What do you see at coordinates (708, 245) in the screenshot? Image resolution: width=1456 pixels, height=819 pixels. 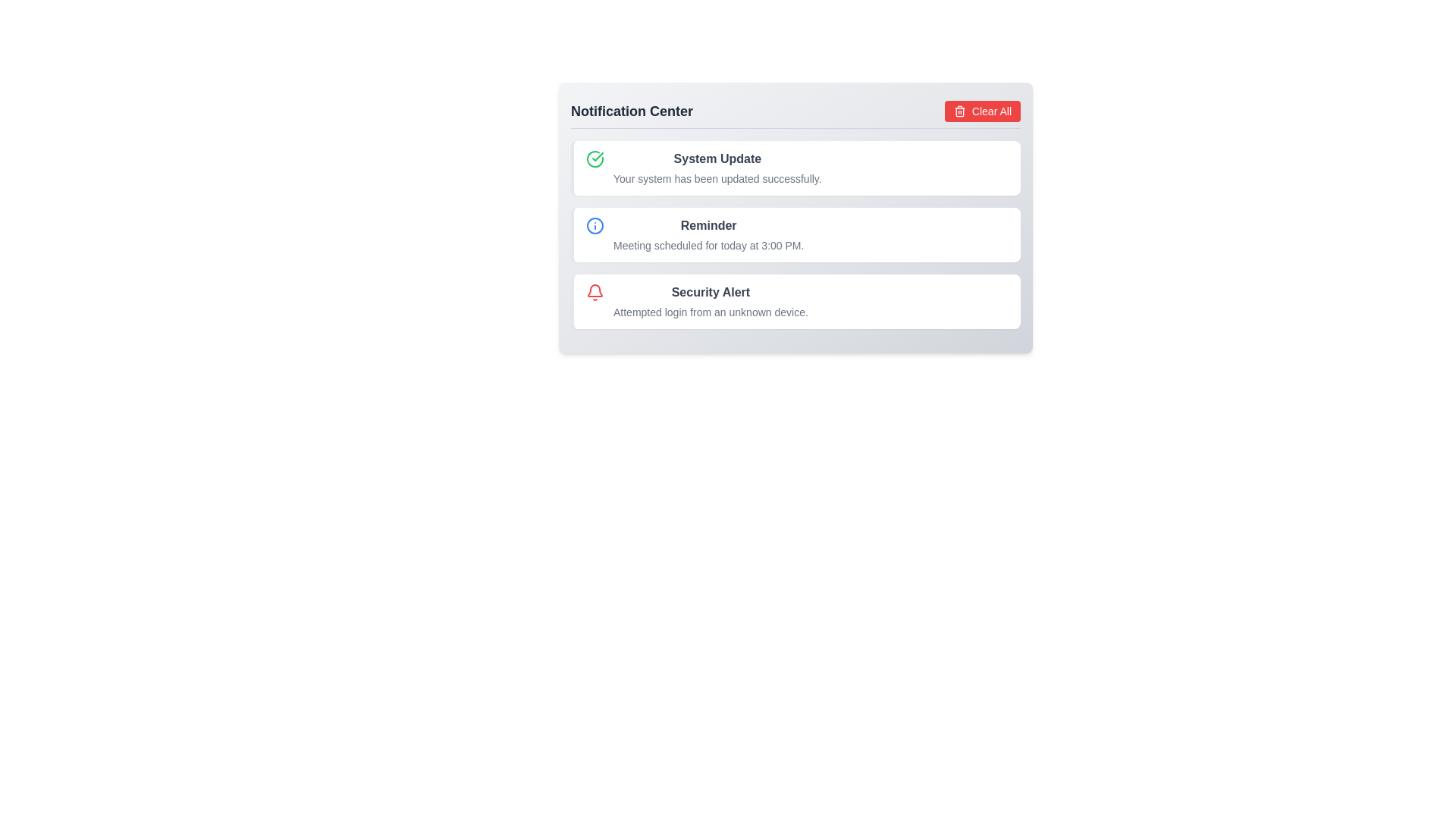 I see `the text string reading 'Meeting scheduled for today at 3:00 PM.' which is styled in a smaller gray font and located under the heading 'Reminder'` at bounding box center [708, 245].